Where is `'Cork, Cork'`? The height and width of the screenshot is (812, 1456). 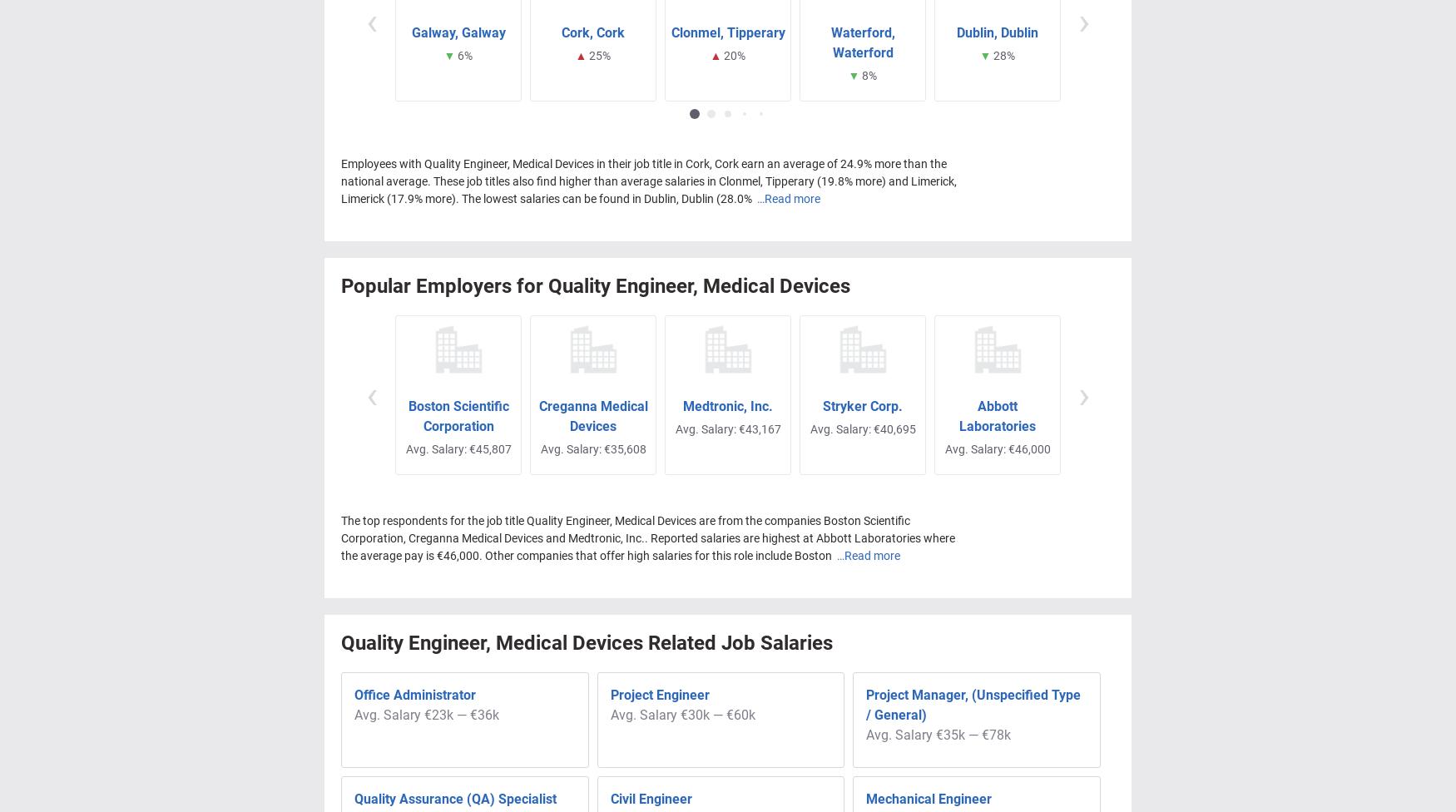
'Cork, Cork' is located at coordinates (560, 32).